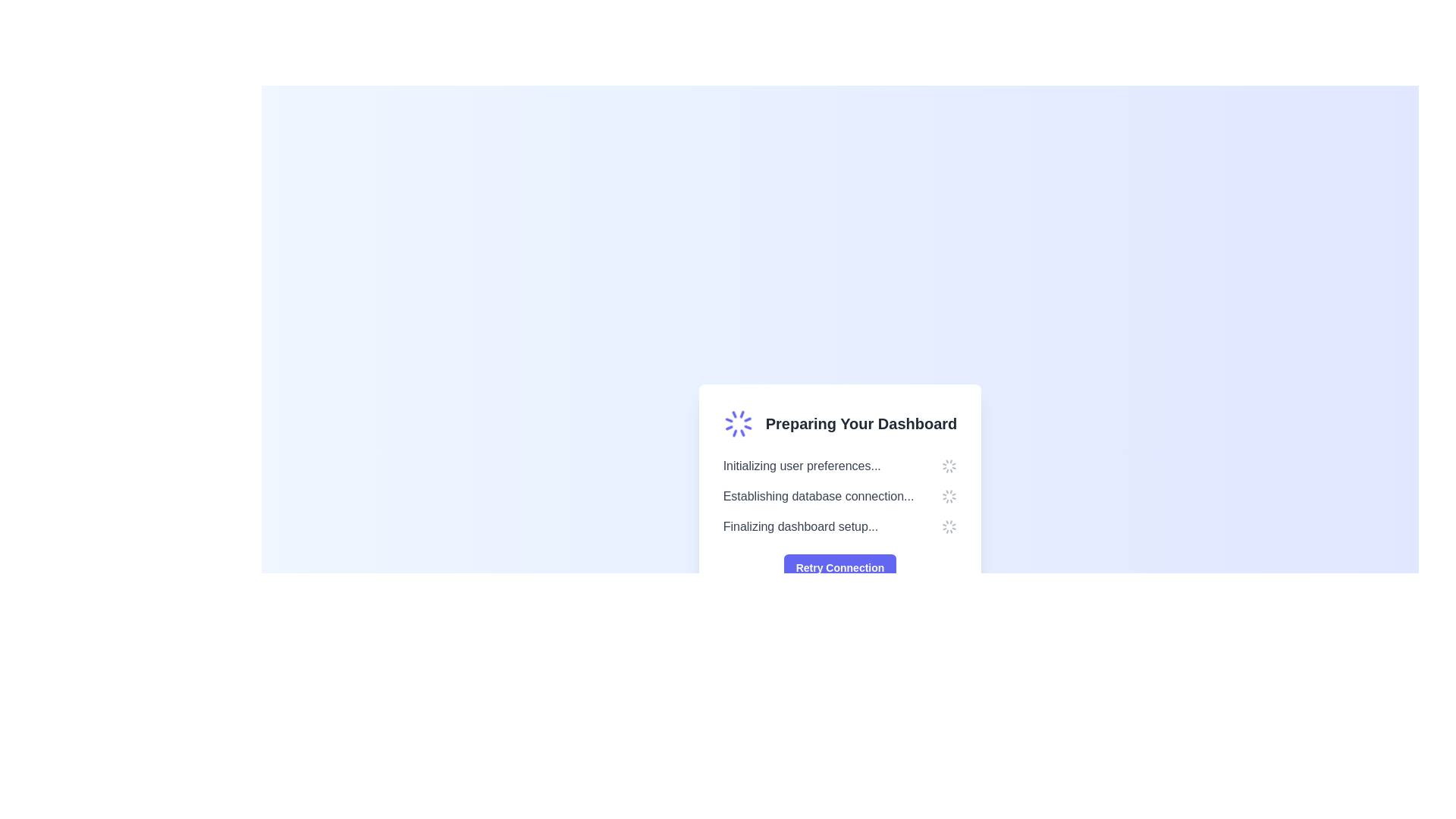 Image resolution: width=1456 pixels, height=819 pixels. What do you see at coordinates (817, 497) in the screenshot?
I see `text label displaying 'Establishing database connection...' which is styled in gray font and positioned as the second item in the vertical list of status messages under 'Preparing Your Dashboard'` at bounding box center [817, 497].